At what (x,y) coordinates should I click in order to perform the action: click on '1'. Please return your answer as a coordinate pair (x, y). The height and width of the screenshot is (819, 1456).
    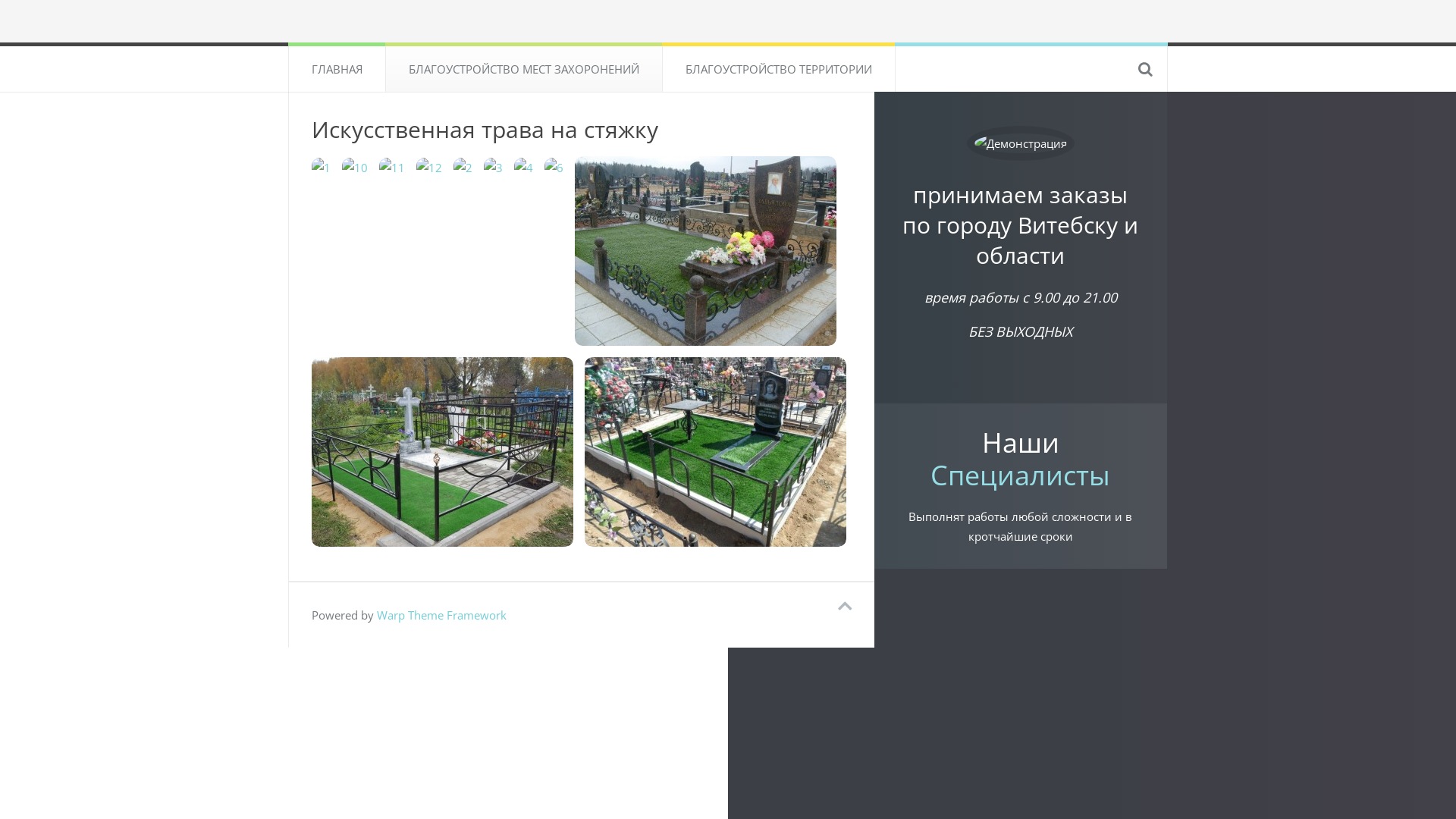
    Looking at the image, I should click on (311, 166).